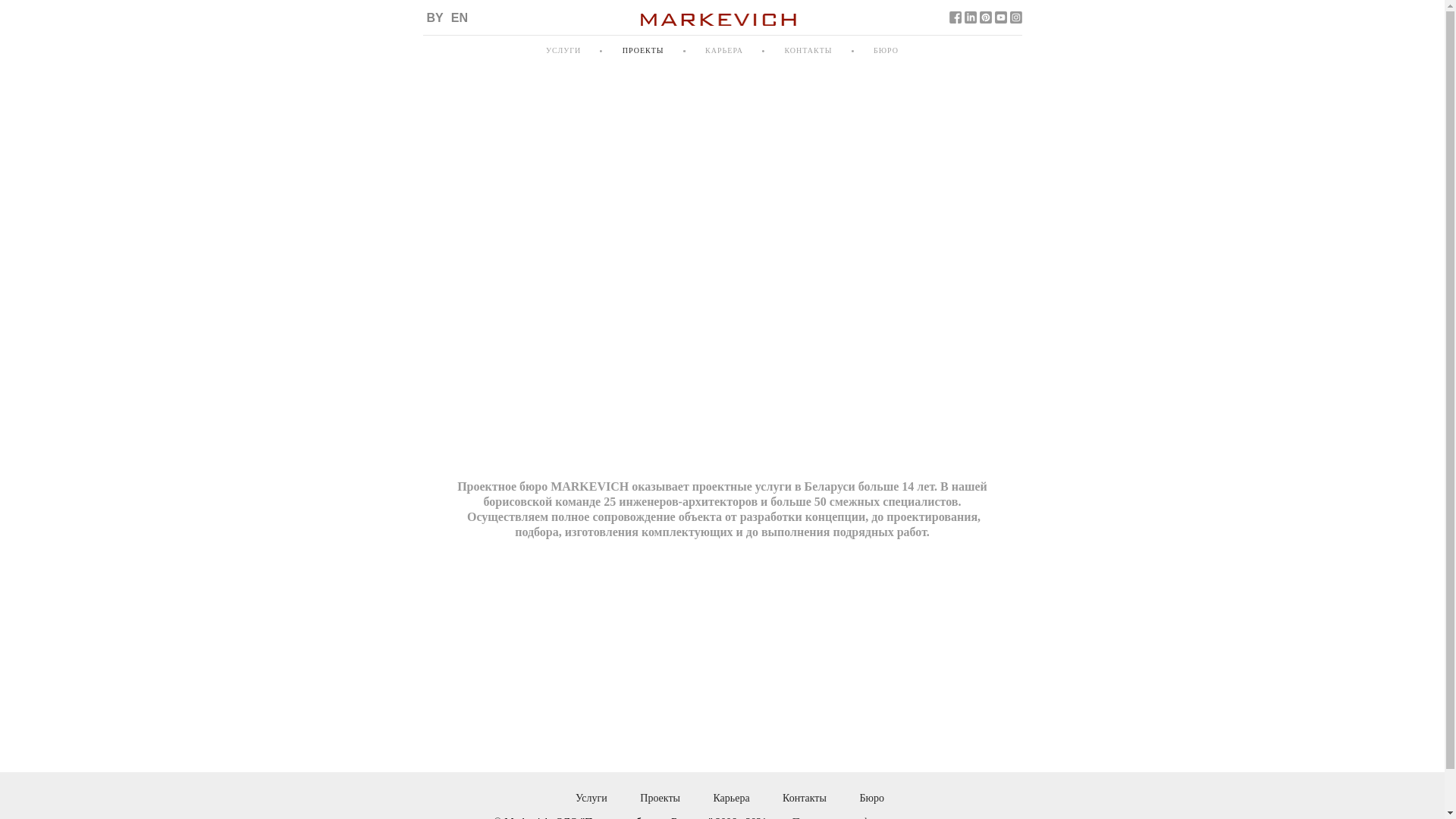 This screenshot has height=819, width=1456. What do you see at coordinates (458, 17) in the screenshot?
I see `'EN'` at bounding box center [458, 17].